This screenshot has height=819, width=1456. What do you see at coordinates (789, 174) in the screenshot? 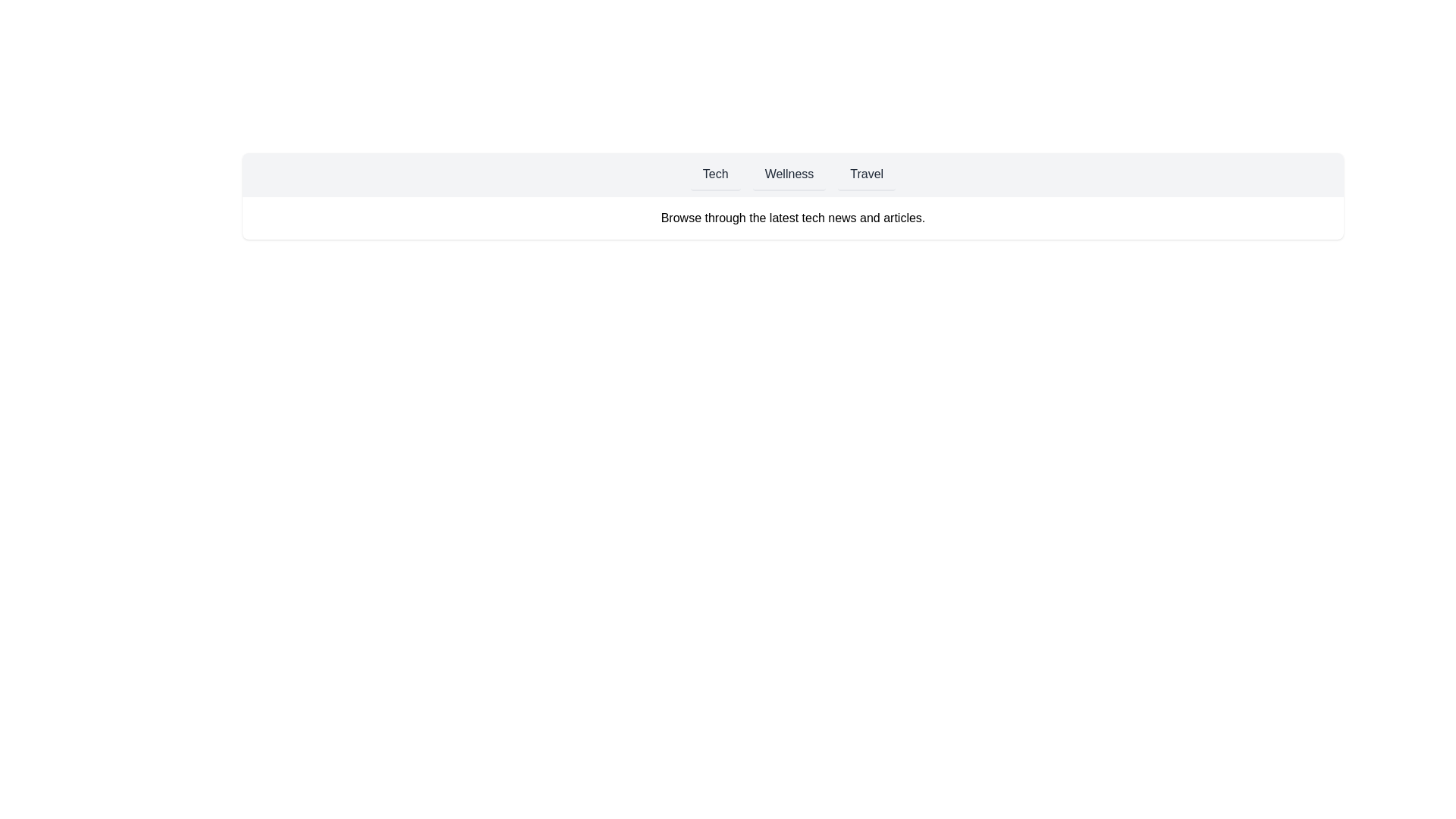
I see `the Wellness tab to view its hover effect` at bounding box center [789, 174].